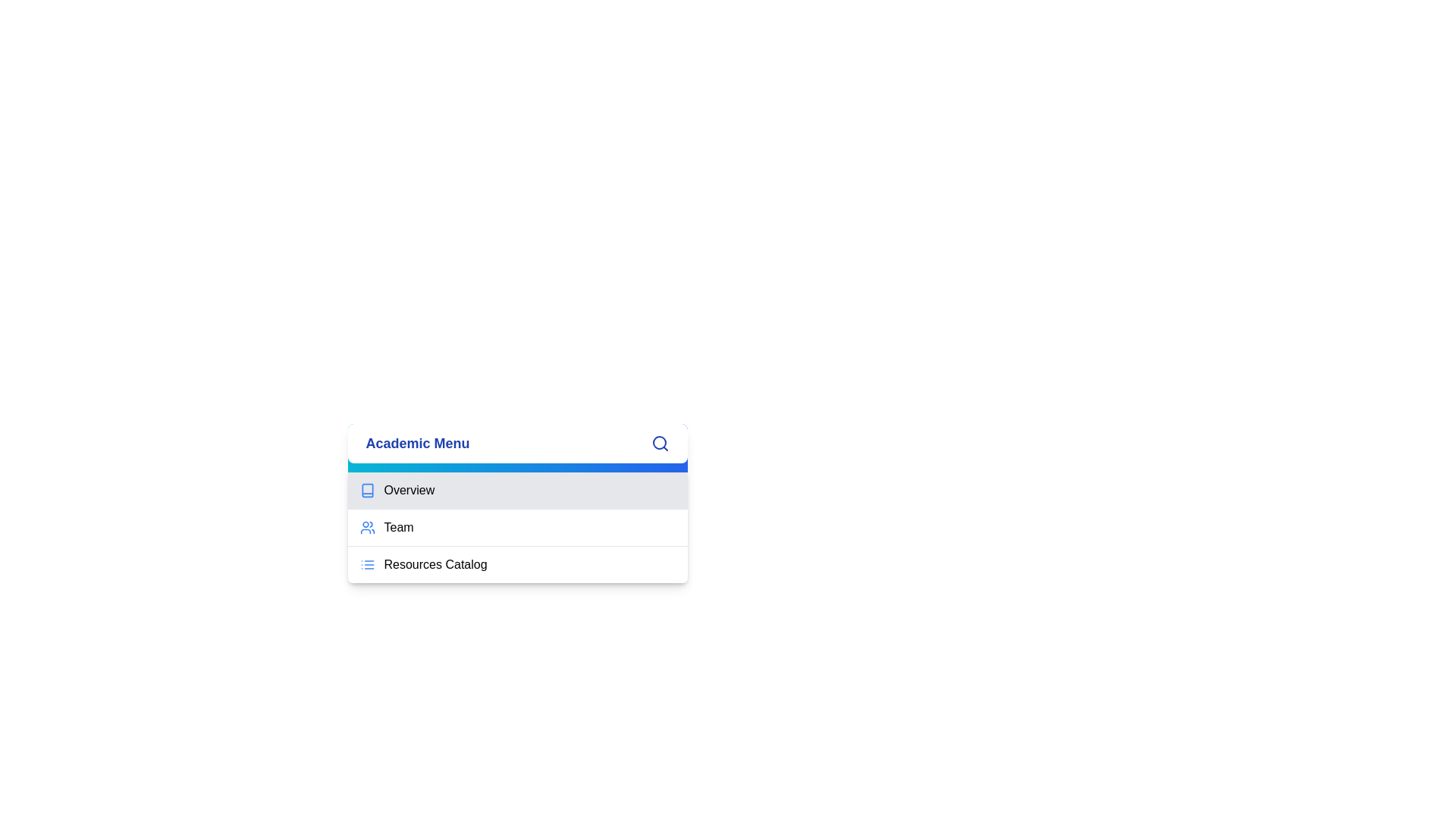 This screenshot has height=819, width=1456. What do you see at coordinates (367, 526) in the screenshot?
I see `the blue-colored icon depicting multiple users located to the left of the text 'Team' in the menu interface` at bounding box center [367, 526].